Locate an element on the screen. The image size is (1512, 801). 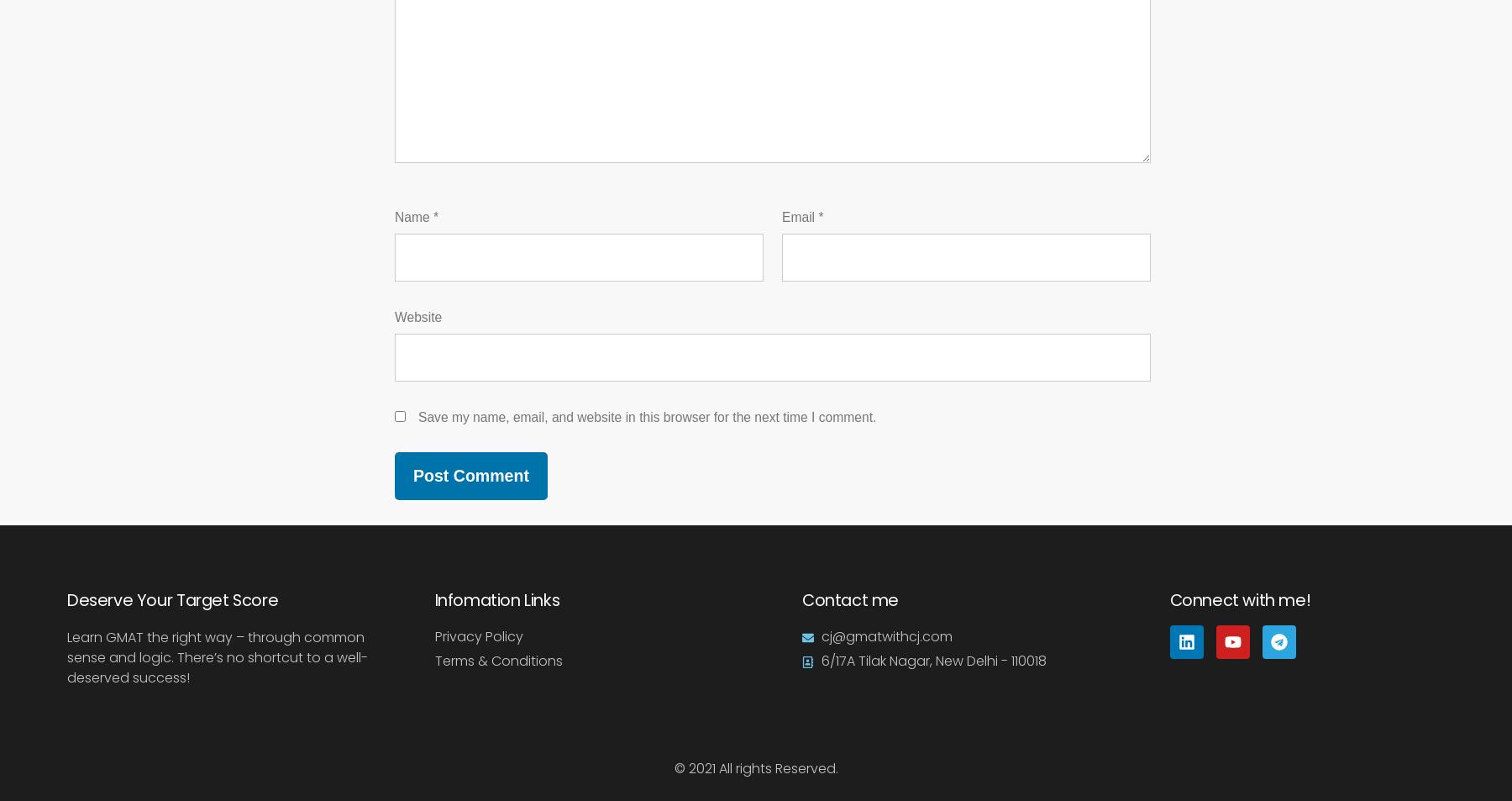
'6/17A Tilak Nagar, New Delhi - 110018' is located at coordinates (932, 660).